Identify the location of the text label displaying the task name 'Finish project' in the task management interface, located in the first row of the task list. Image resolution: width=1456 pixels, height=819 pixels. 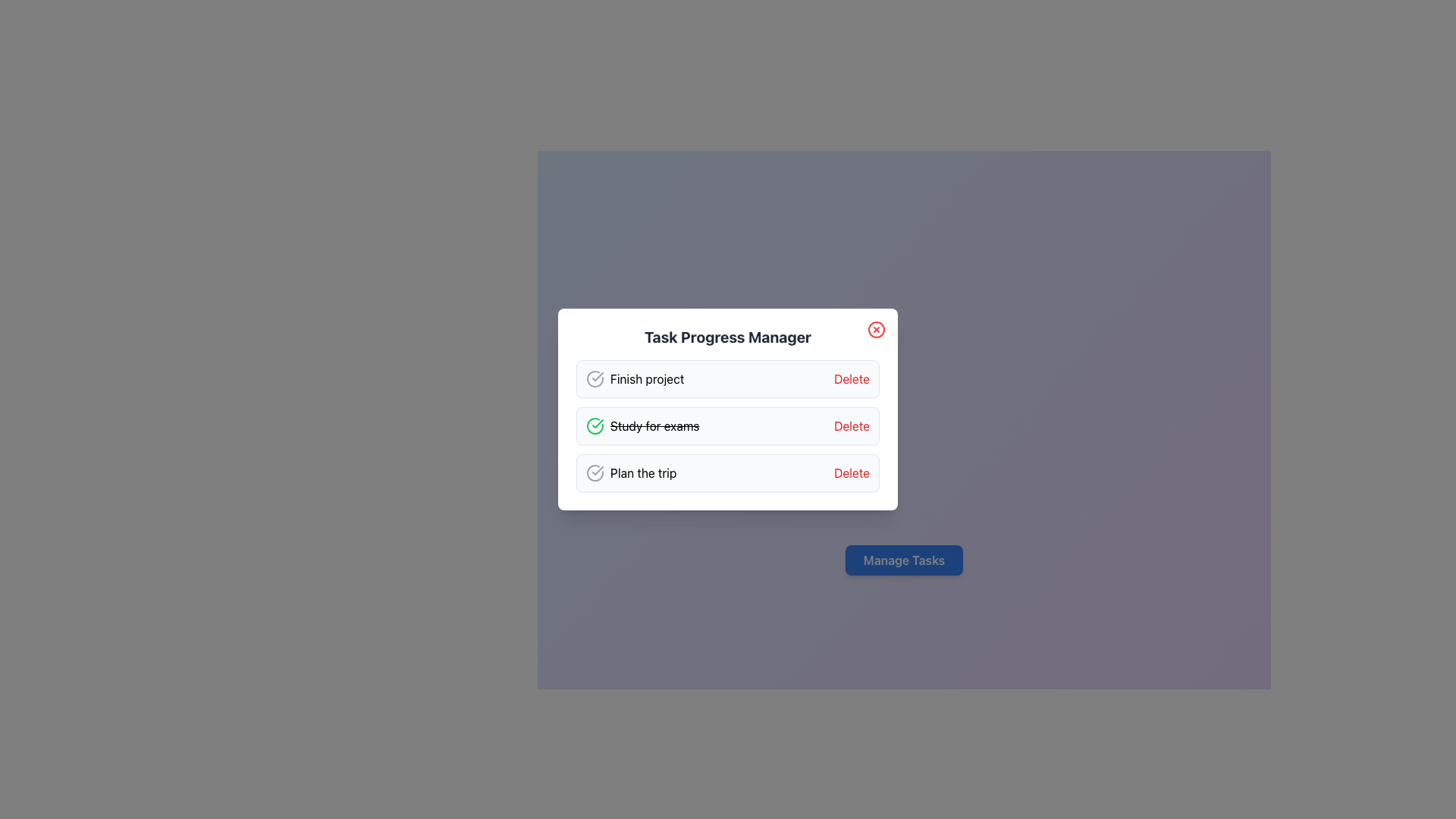
(647, 378).